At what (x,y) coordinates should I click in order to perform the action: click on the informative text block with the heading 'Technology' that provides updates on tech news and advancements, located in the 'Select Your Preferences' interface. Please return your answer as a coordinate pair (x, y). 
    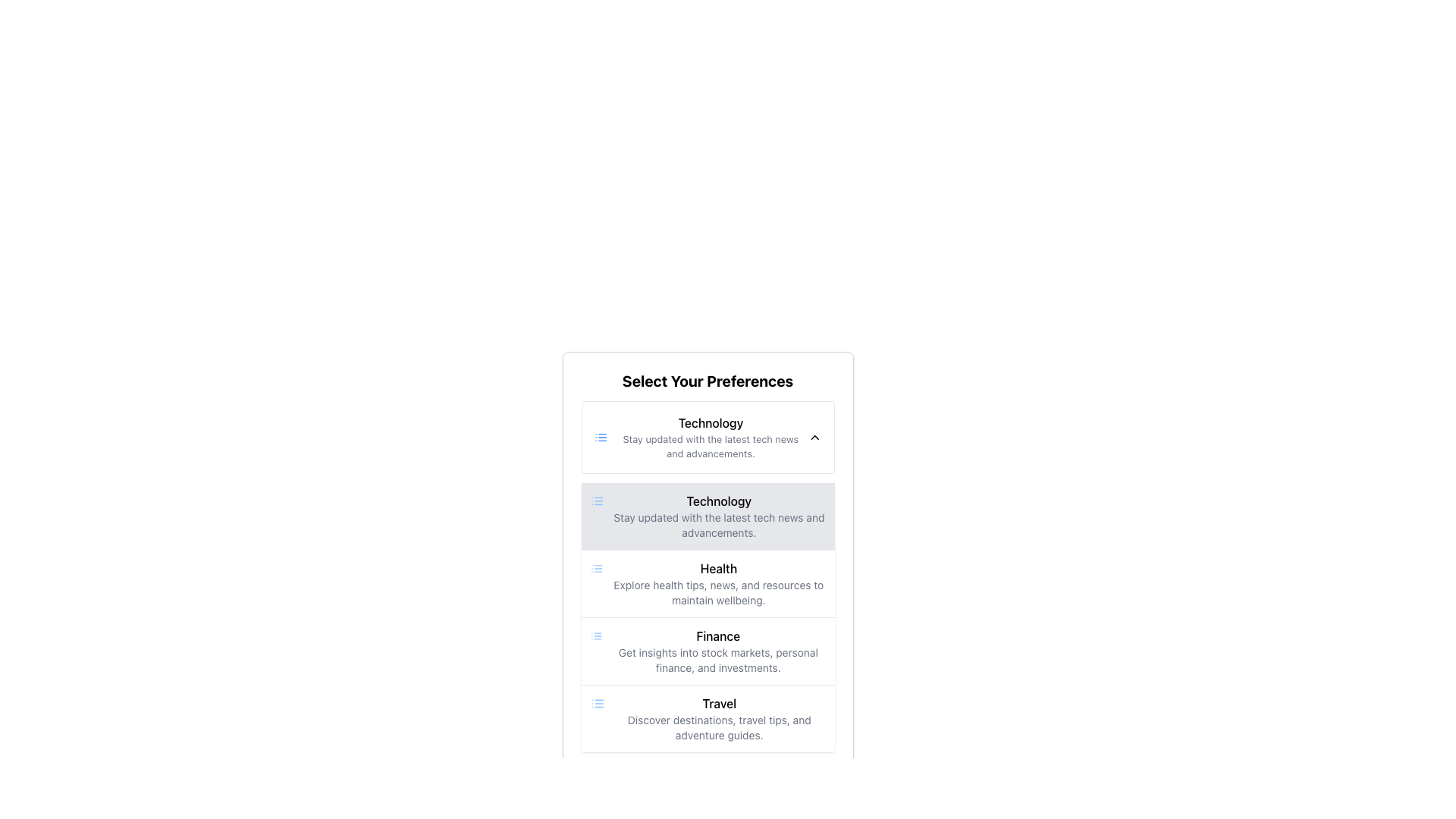
    Looking at the image, I should click on (718, 516).